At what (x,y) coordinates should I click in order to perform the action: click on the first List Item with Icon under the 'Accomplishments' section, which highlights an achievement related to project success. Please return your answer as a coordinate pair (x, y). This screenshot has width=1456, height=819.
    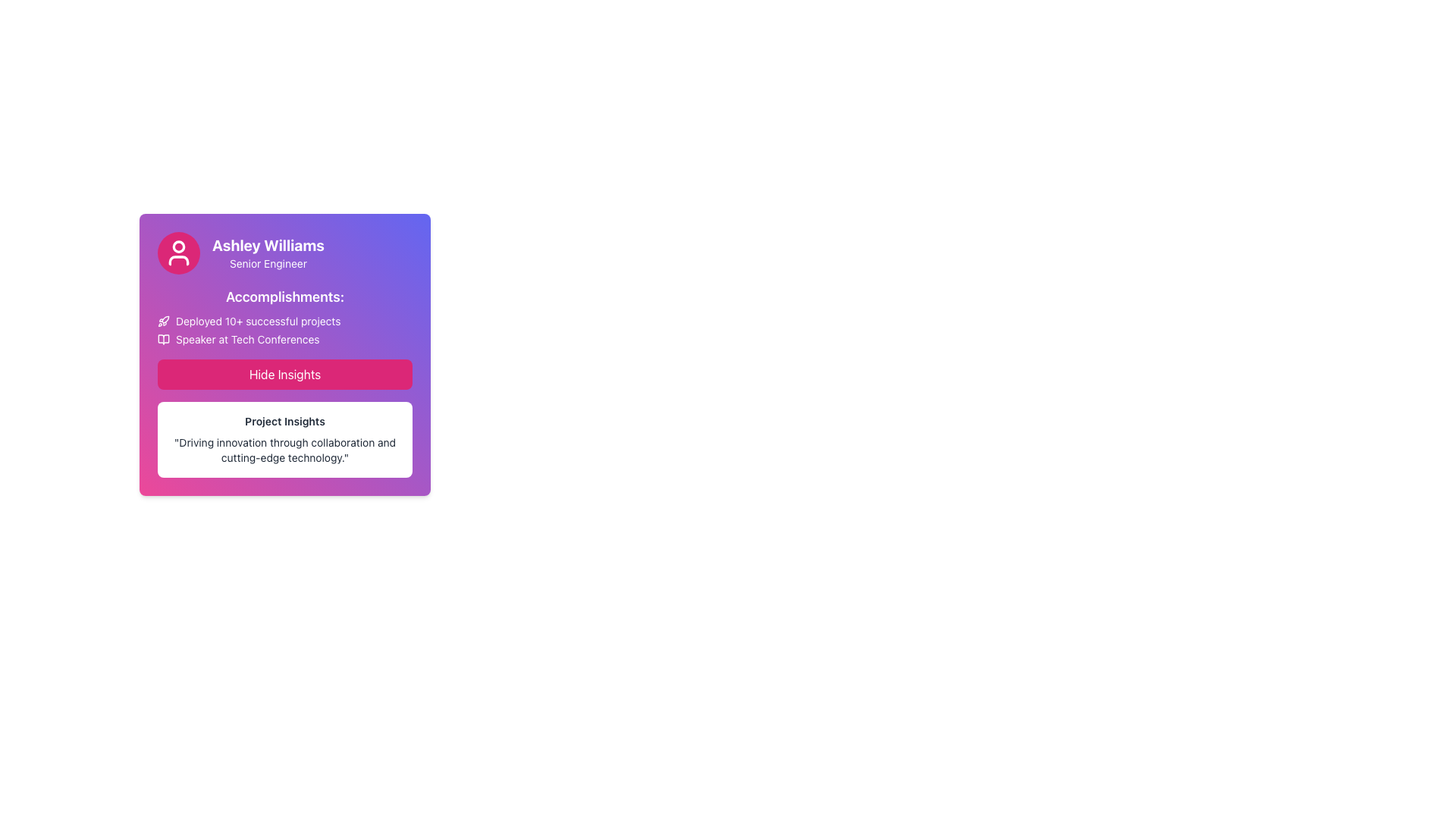
    Looking at the image, I should click on (284, 321).